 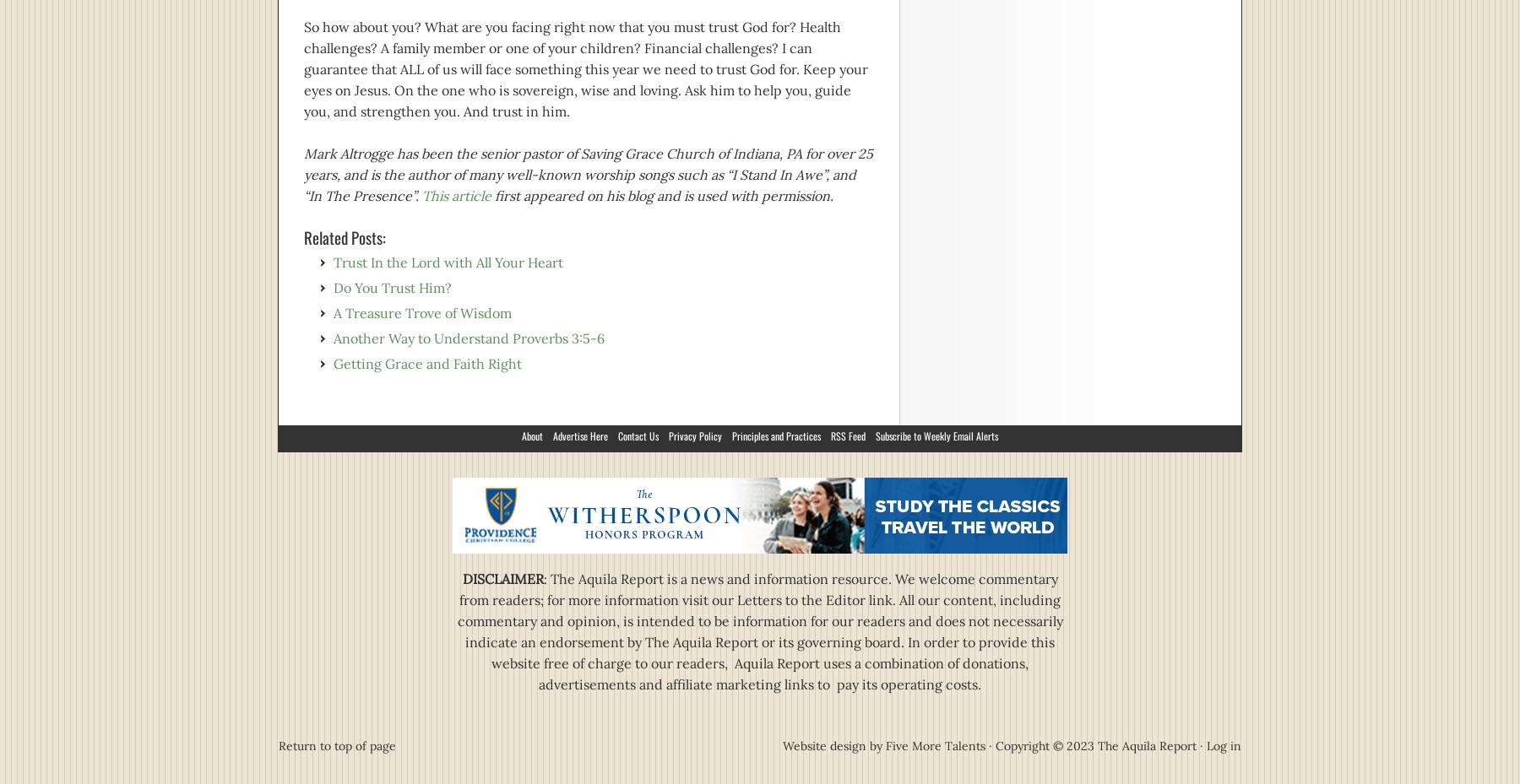 I want to click on 'Five More Talents', so click(x=886, y=745).